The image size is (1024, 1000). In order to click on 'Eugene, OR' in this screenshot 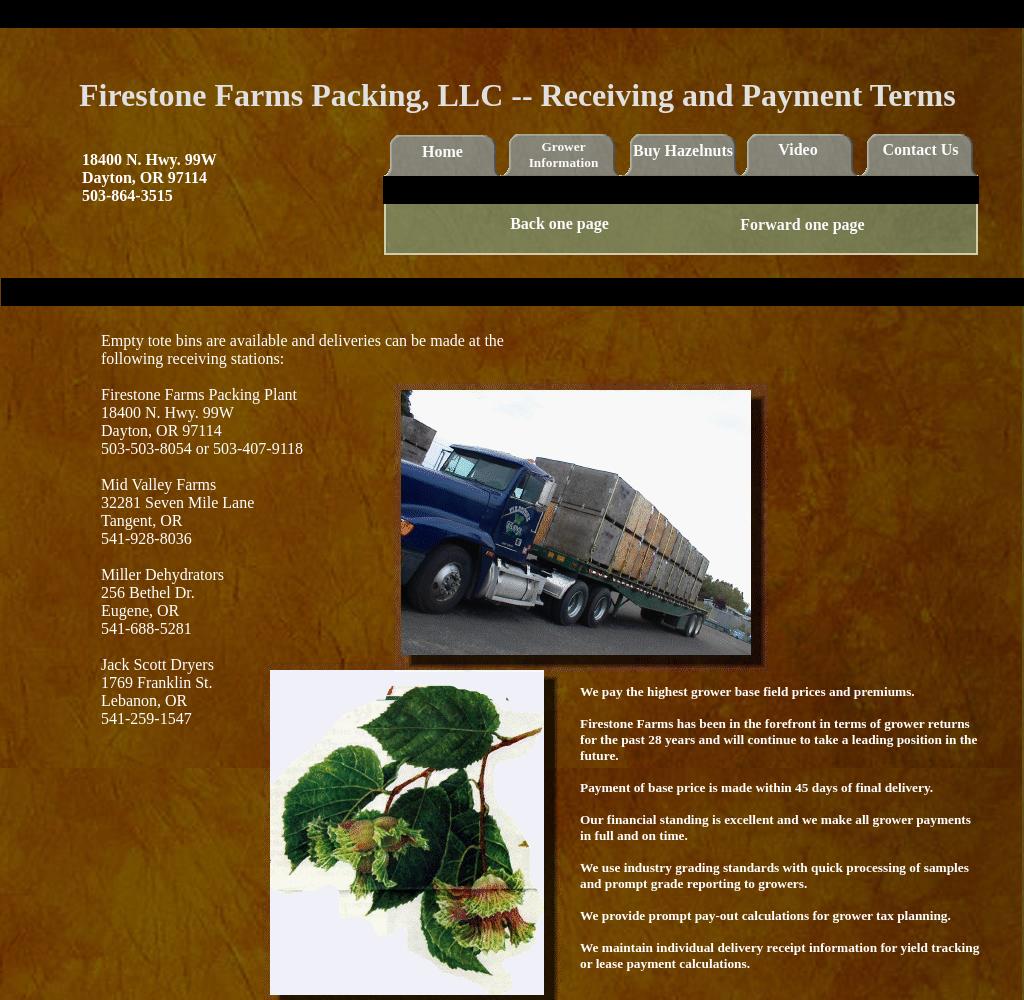, I will do `click(138, 609)`.